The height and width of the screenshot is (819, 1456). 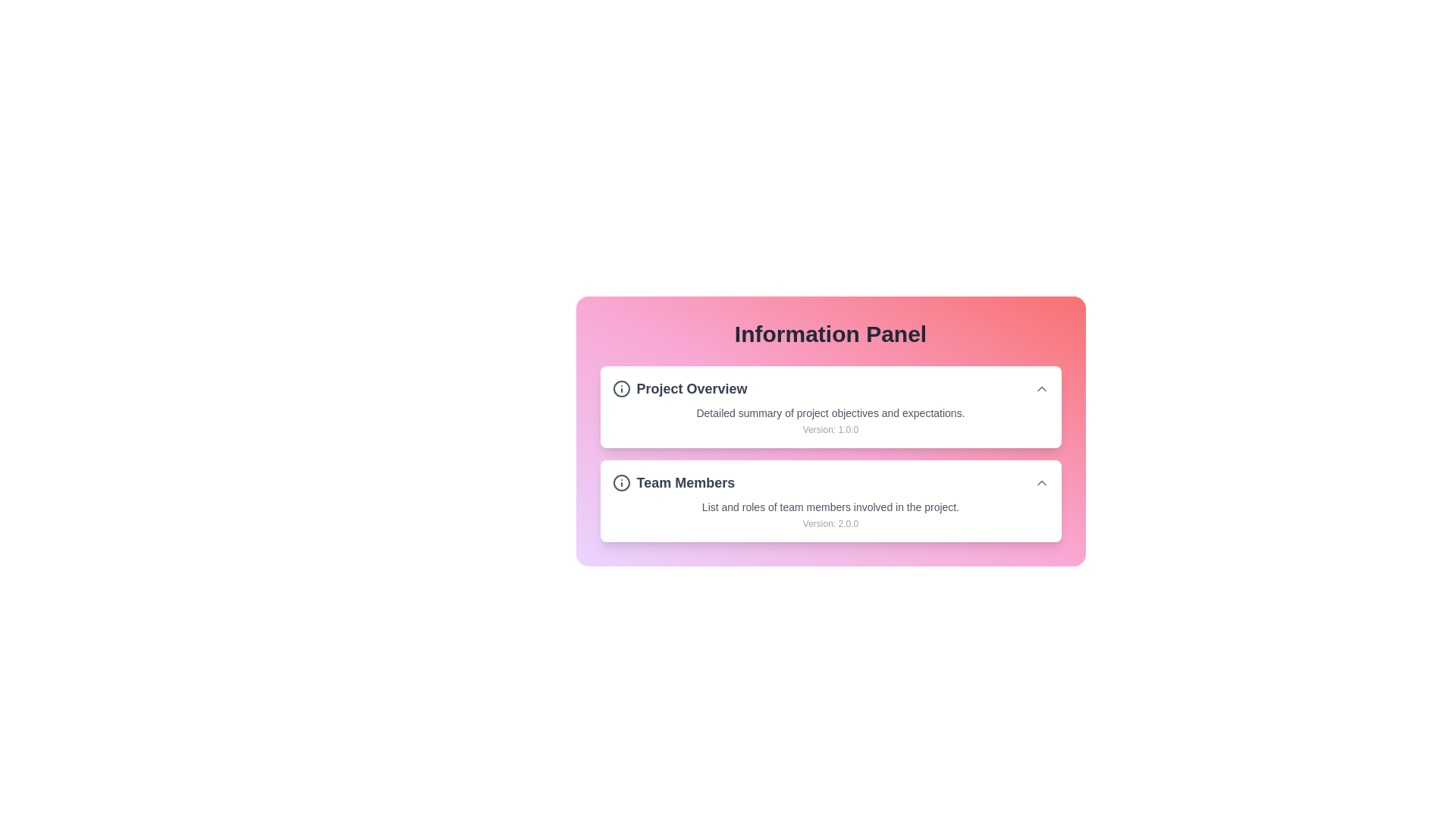 I want to click on information provided in the Text block located in the 'Team Members' section of the interface, positioned directly below the title 'Team Members', so click(x=830, y=513).